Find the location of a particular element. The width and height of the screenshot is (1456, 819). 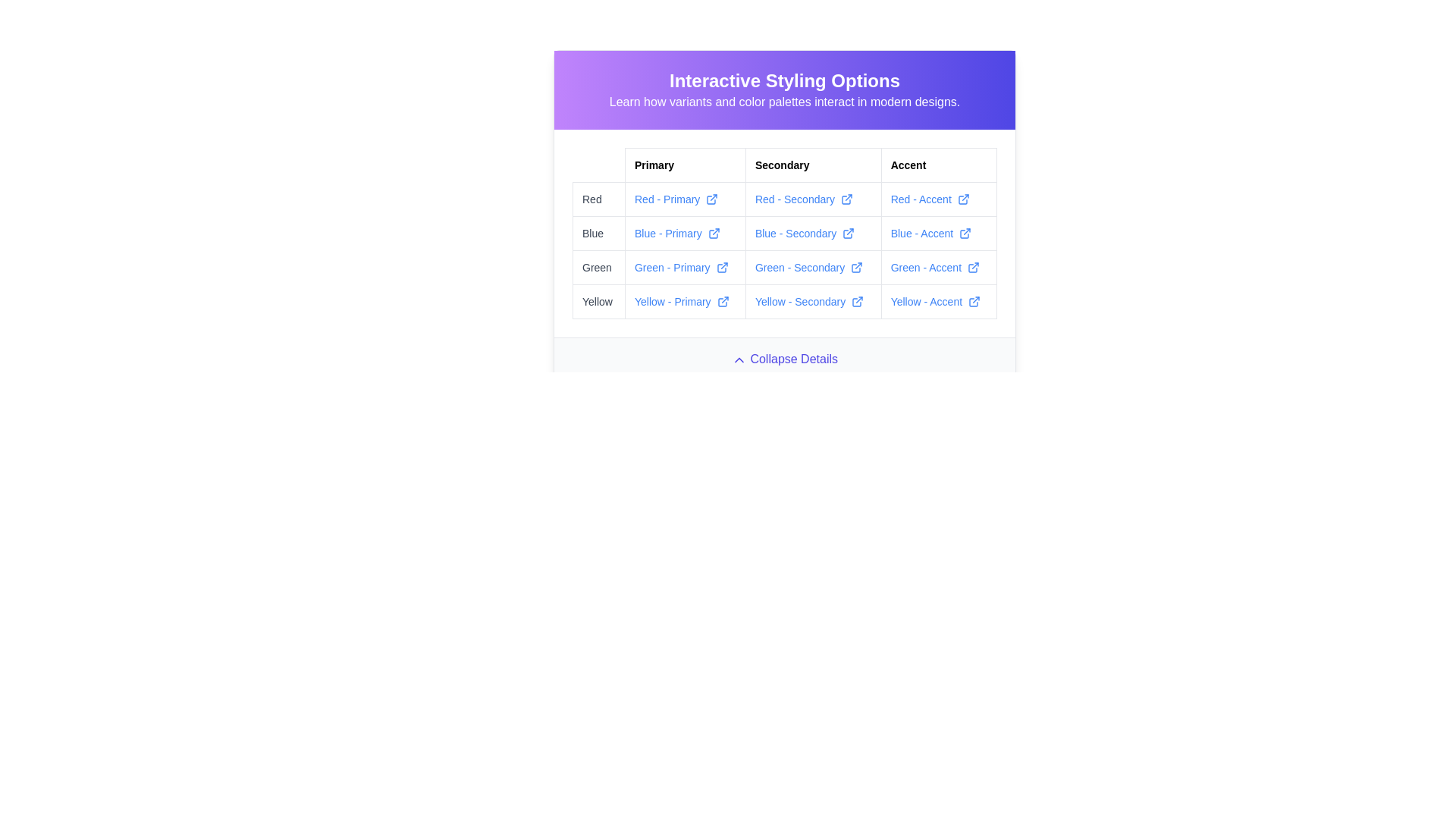

the 'Green - Secondary' hyperlink with an external link icon located in the third row and second column of the table under the 'Secondary' section is located at coordinates (808, 267).